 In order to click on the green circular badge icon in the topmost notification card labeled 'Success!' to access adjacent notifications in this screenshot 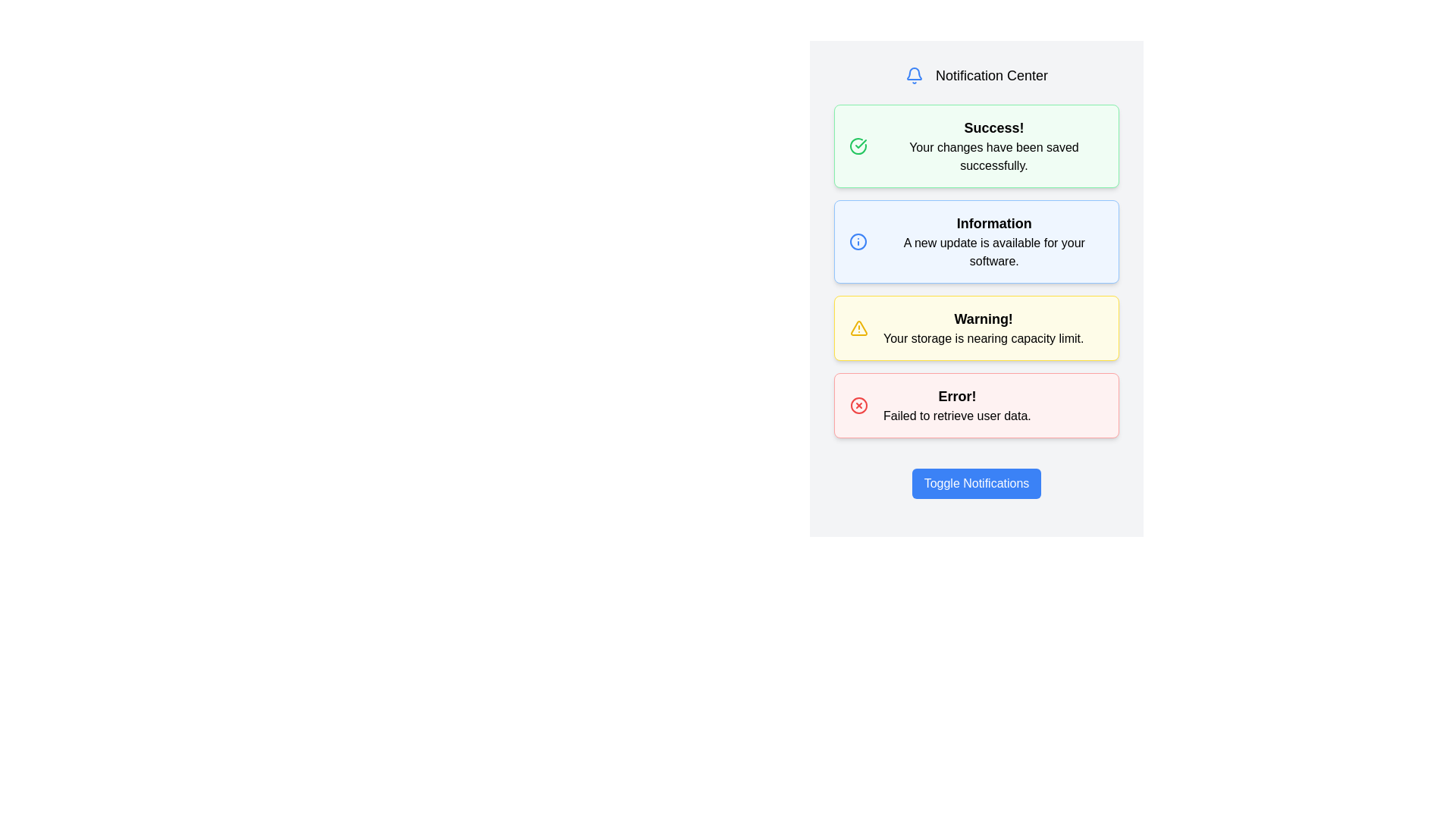, I will do `click(860, 143)`.